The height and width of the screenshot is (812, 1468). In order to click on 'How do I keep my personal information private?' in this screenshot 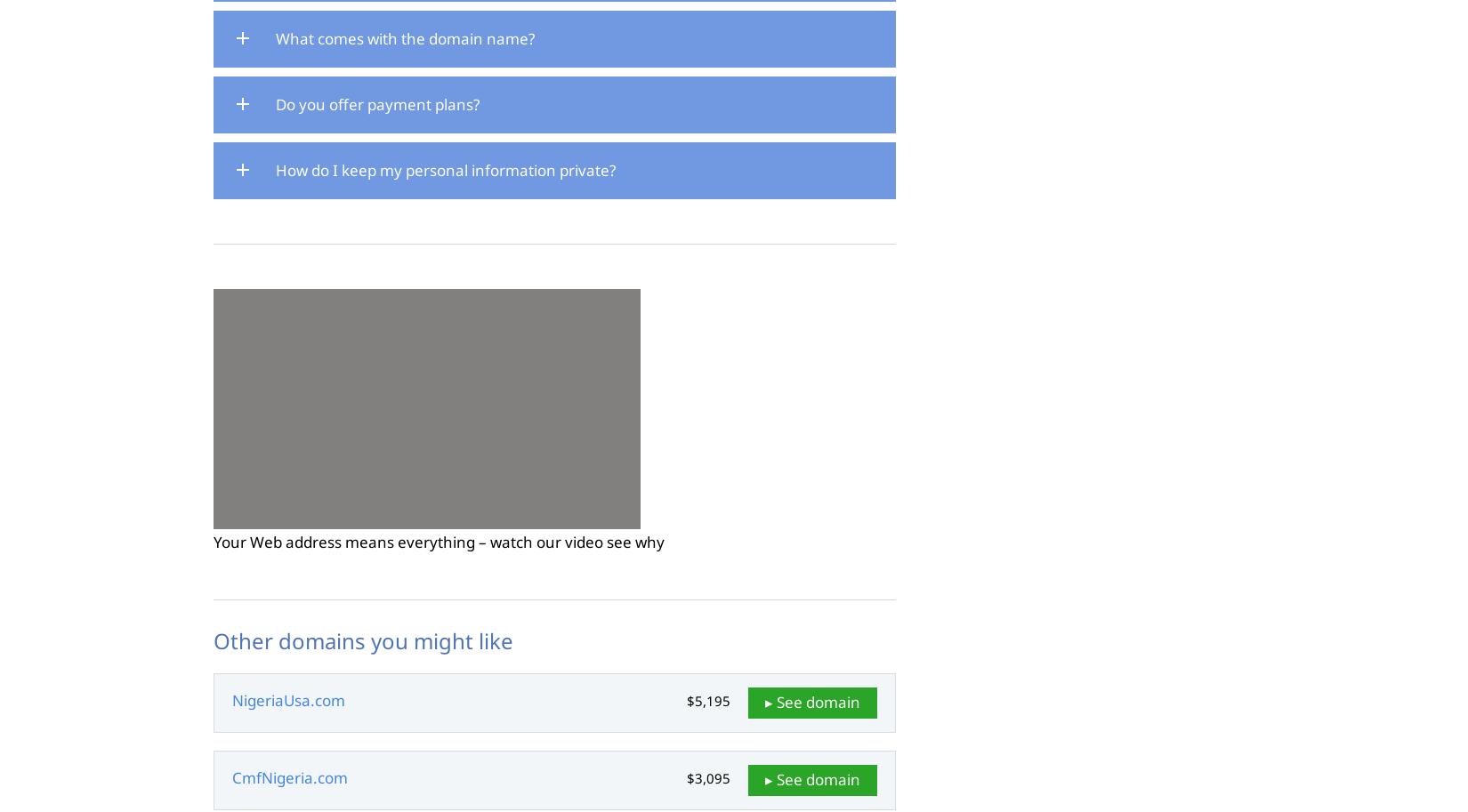, I will do `click(444, 169)`.